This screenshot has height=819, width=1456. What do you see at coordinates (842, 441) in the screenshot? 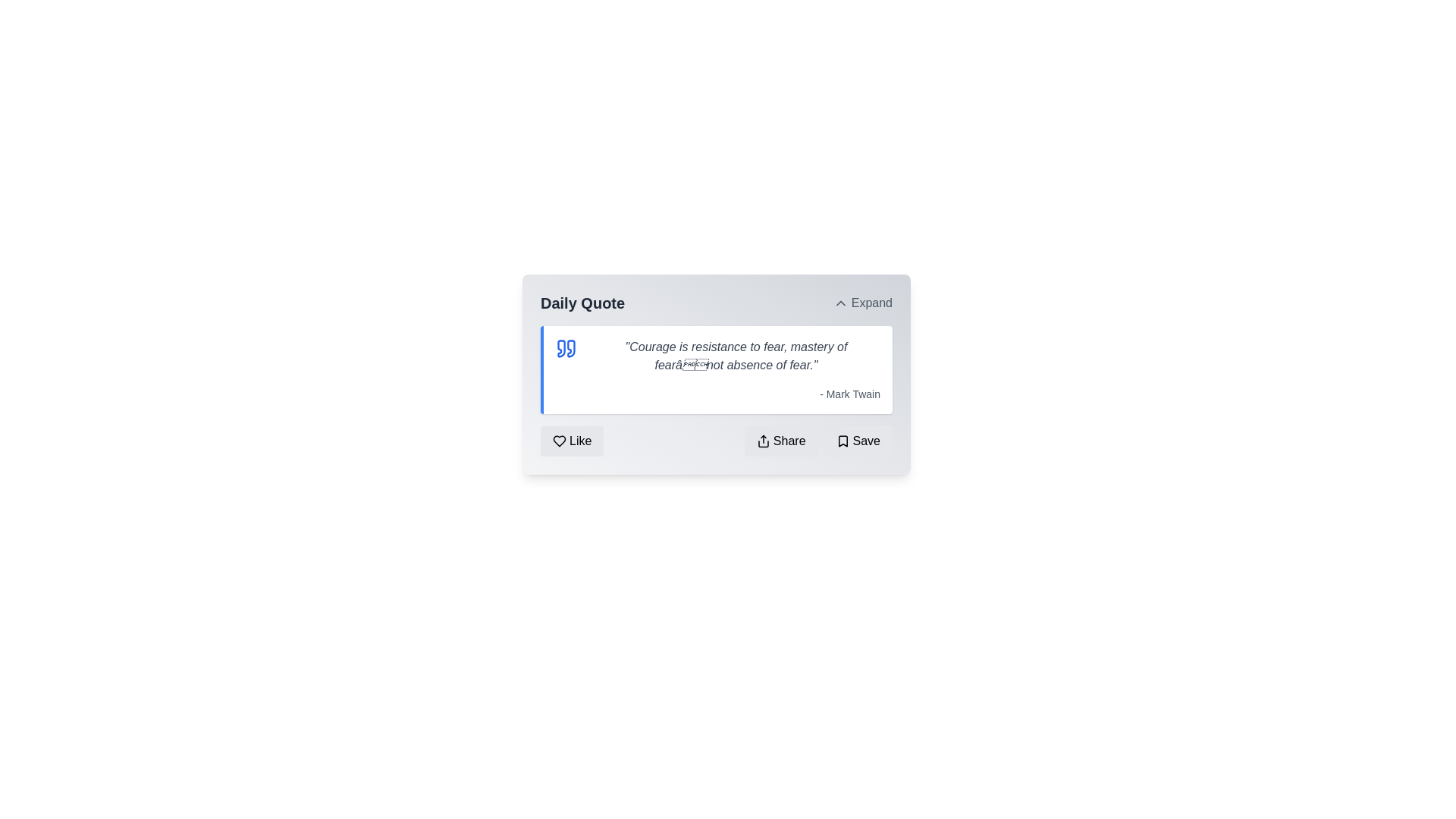
I see `the bookmark icon located to the left of the 'Save' text within the rectangular button at the bottom-right corner of the displayed quote card` at bounding box center [842, 441].